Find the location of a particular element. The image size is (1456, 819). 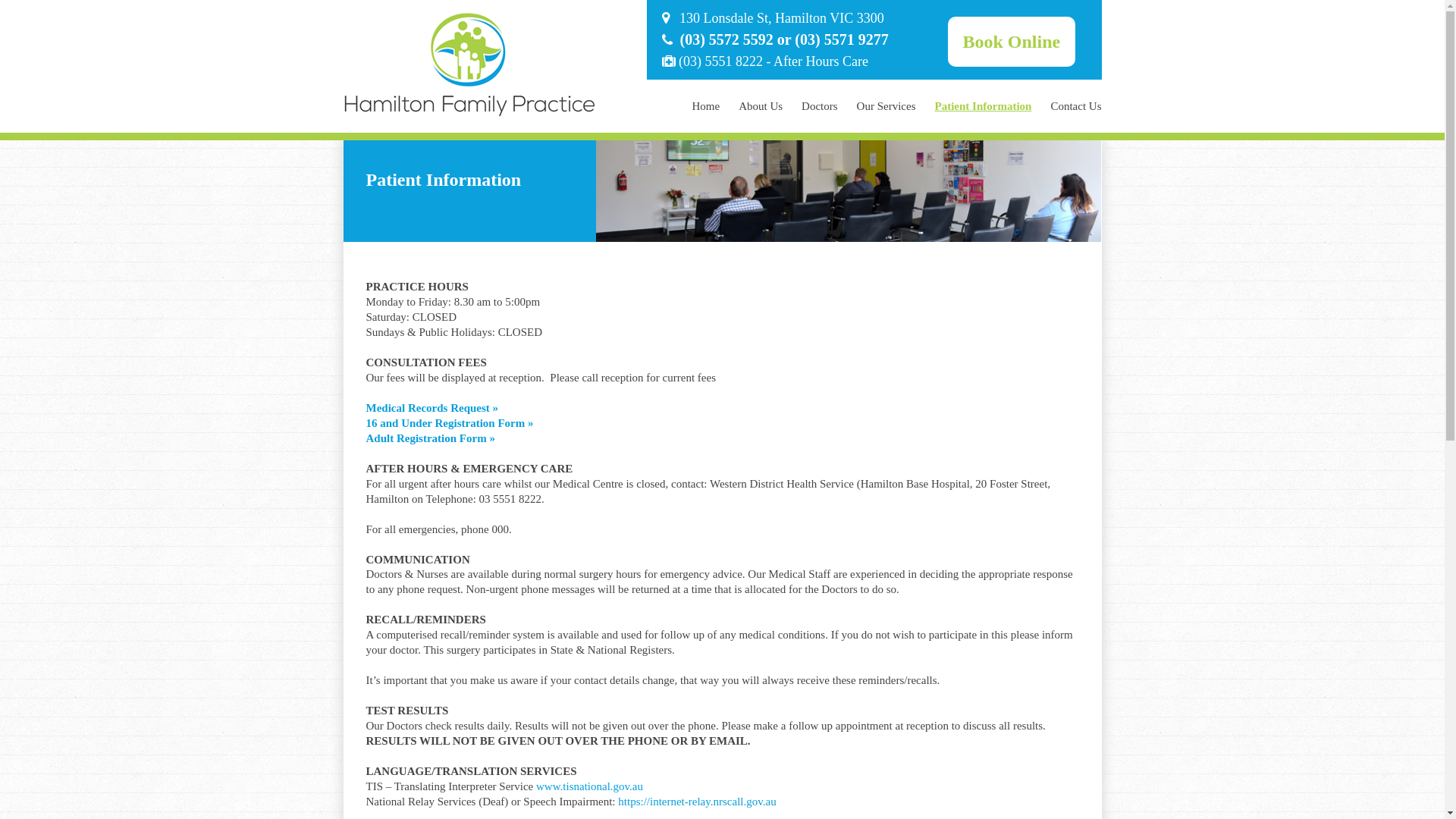

'www.tisnational.gov.au' is located at coordinates (588, 786).